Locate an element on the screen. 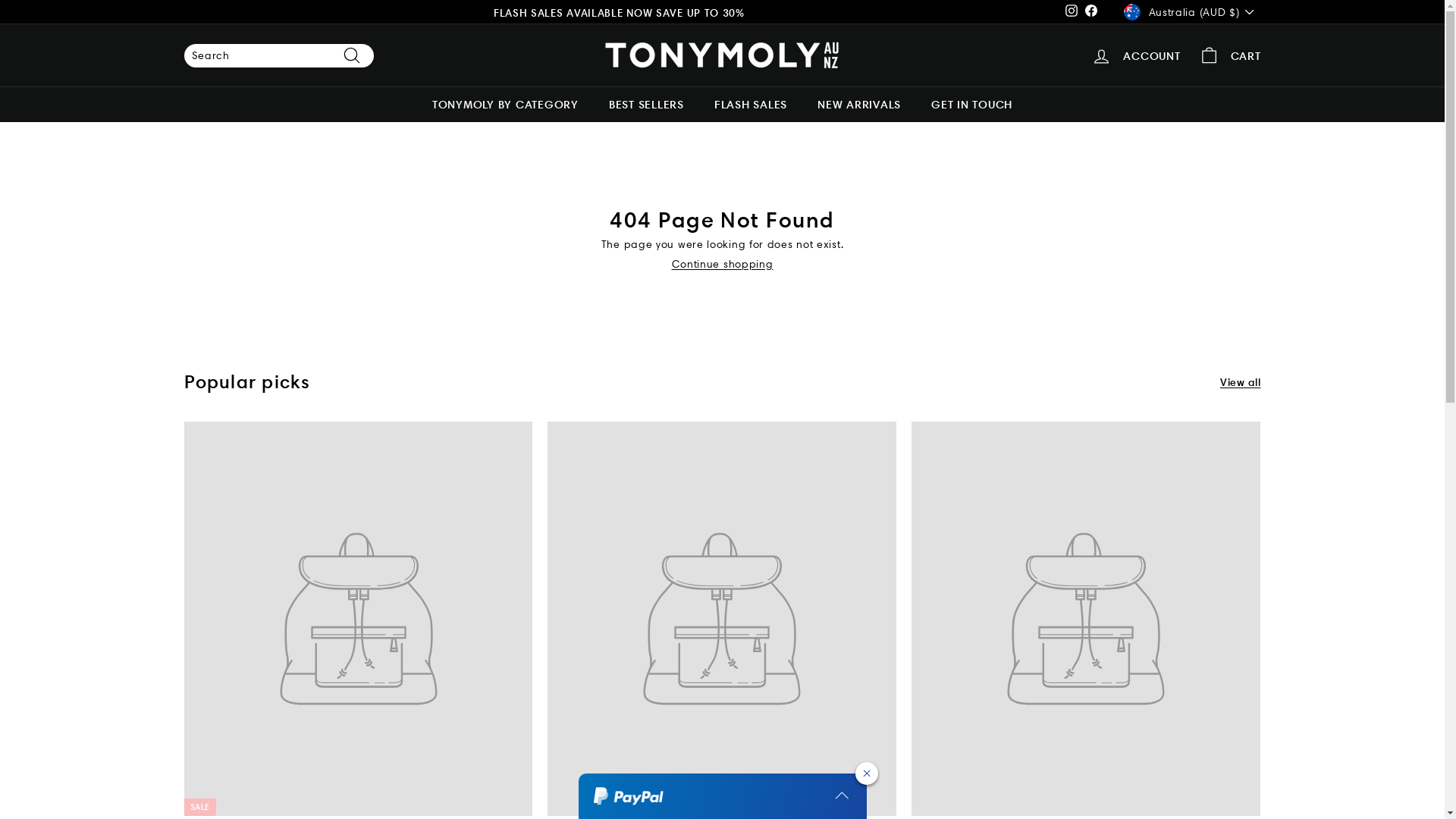  'View all' is located at coordinates (1219, 381).